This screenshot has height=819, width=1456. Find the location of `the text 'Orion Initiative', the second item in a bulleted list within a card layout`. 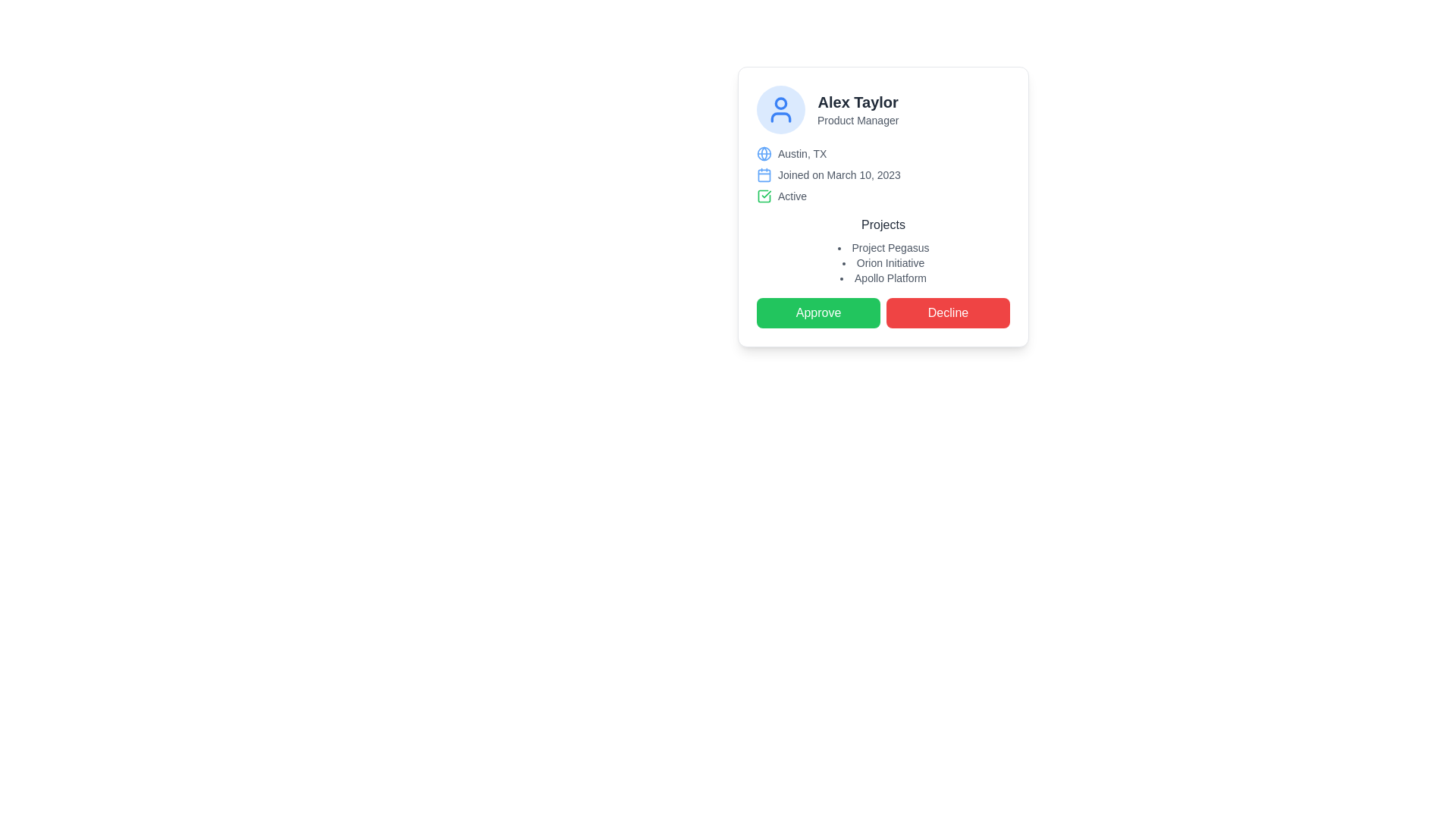

the text 'Orion Initiative', the second item in a bulleted list within a card layout is located at coordinates (883, 262).